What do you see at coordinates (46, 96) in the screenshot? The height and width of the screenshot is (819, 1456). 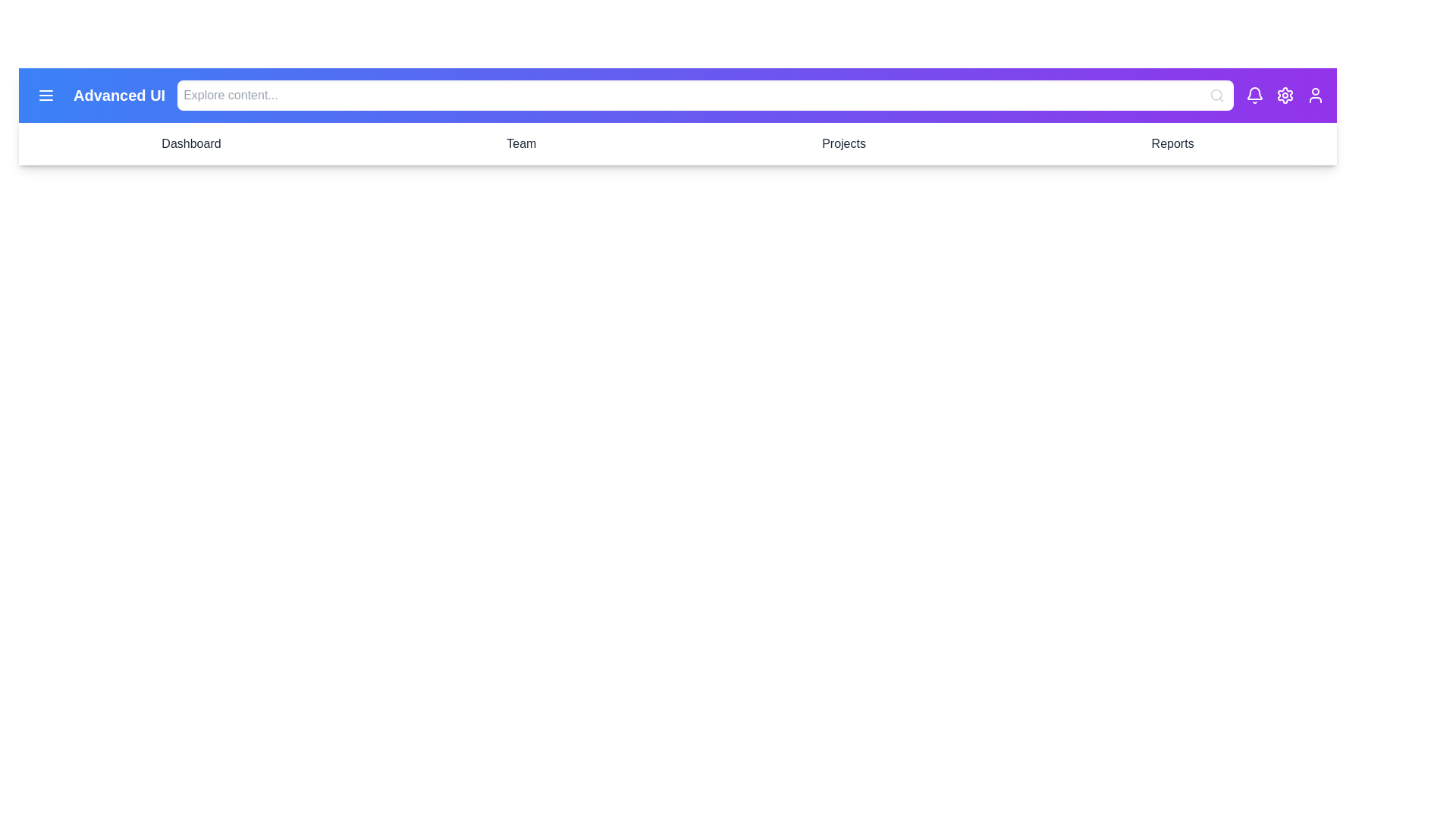 I see `the menu icon in the top-left corner to toggle the side menu visibility` at bounding box center [46, 96].